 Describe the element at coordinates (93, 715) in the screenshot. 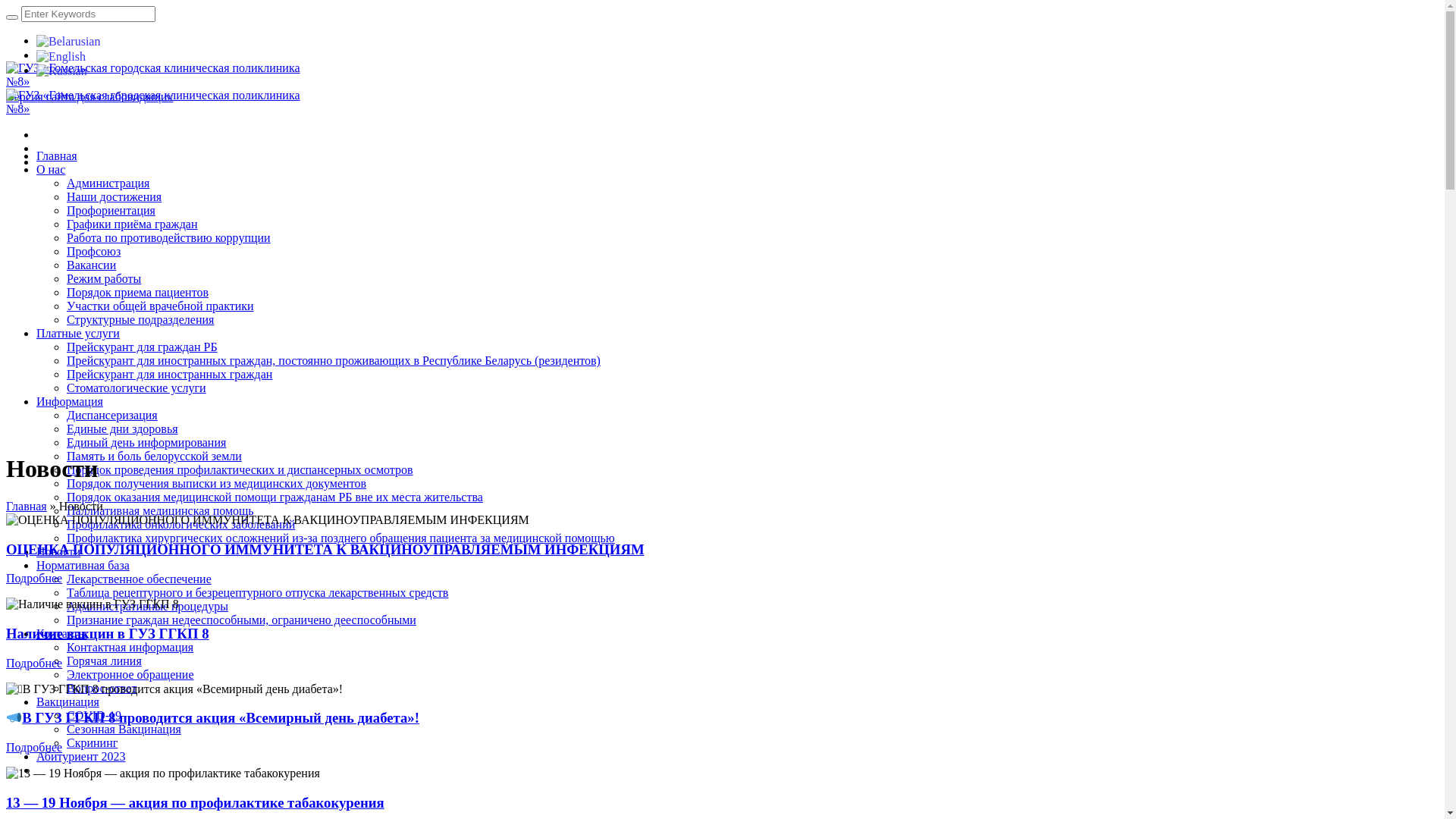

I see `'COVID-19'` at that location.